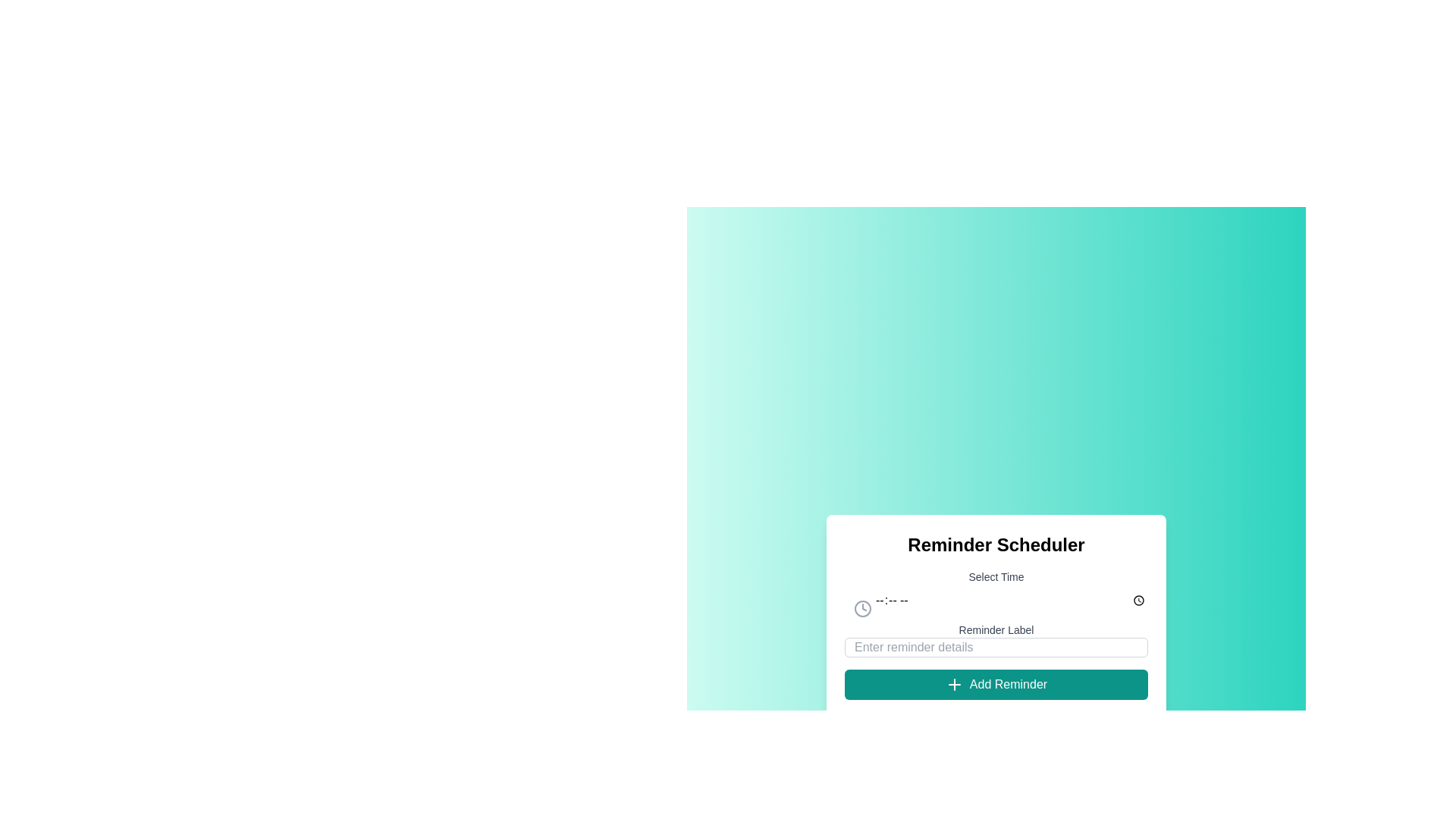  What do you see at coordinates (996, 684) in the screenshot?
I see `the 'Add Reminder' button with a teal background and white text at the bottom of the 'Reminder Scheduler' card` at bounding box center [996, 684].